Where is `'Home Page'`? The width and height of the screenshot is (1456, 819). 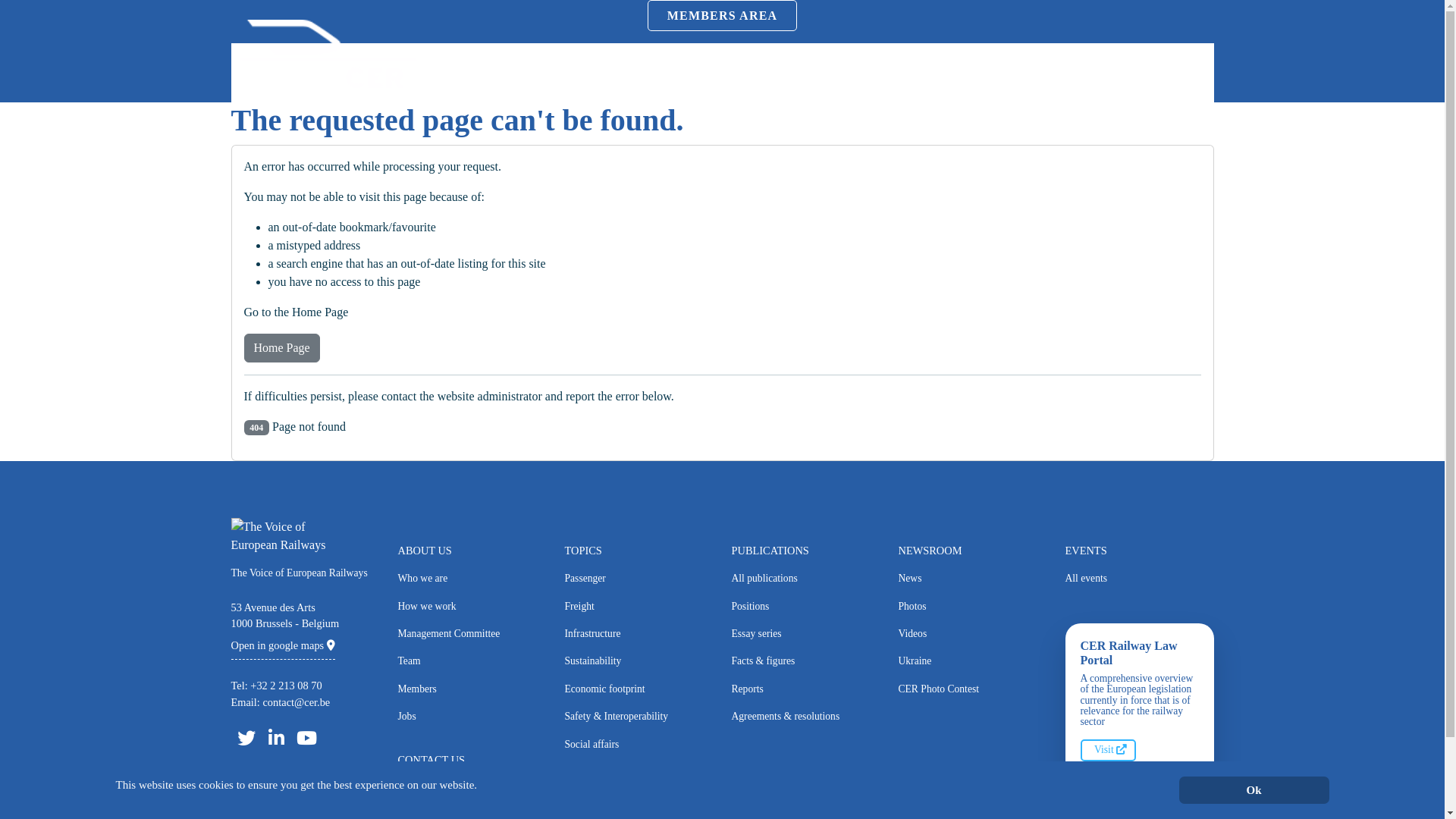
'Home Page' is located at coordinates (281, 348).